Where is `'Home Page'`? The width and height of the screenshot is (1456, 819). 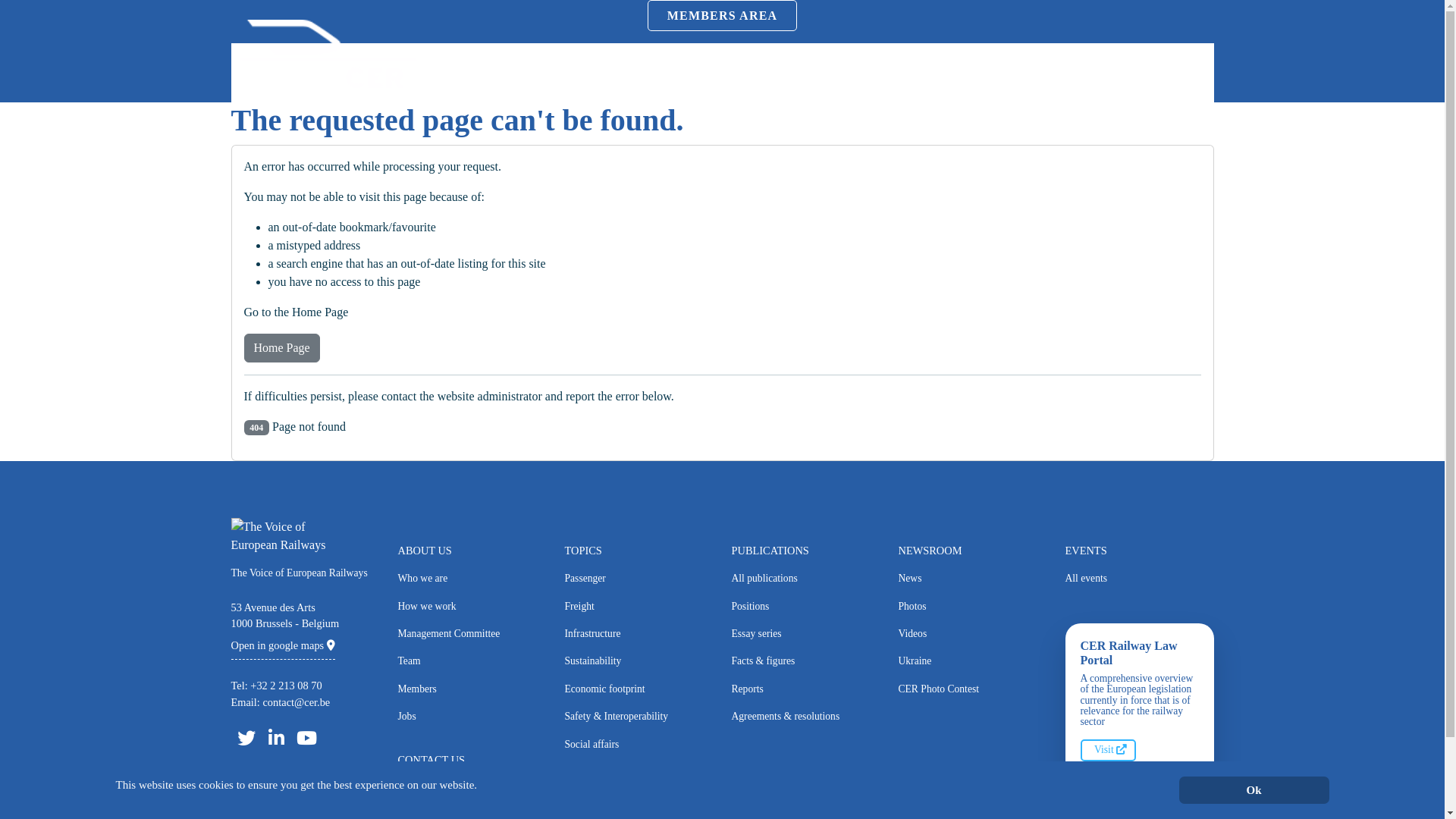
'Home Page' is located at coordinates (281, 348).